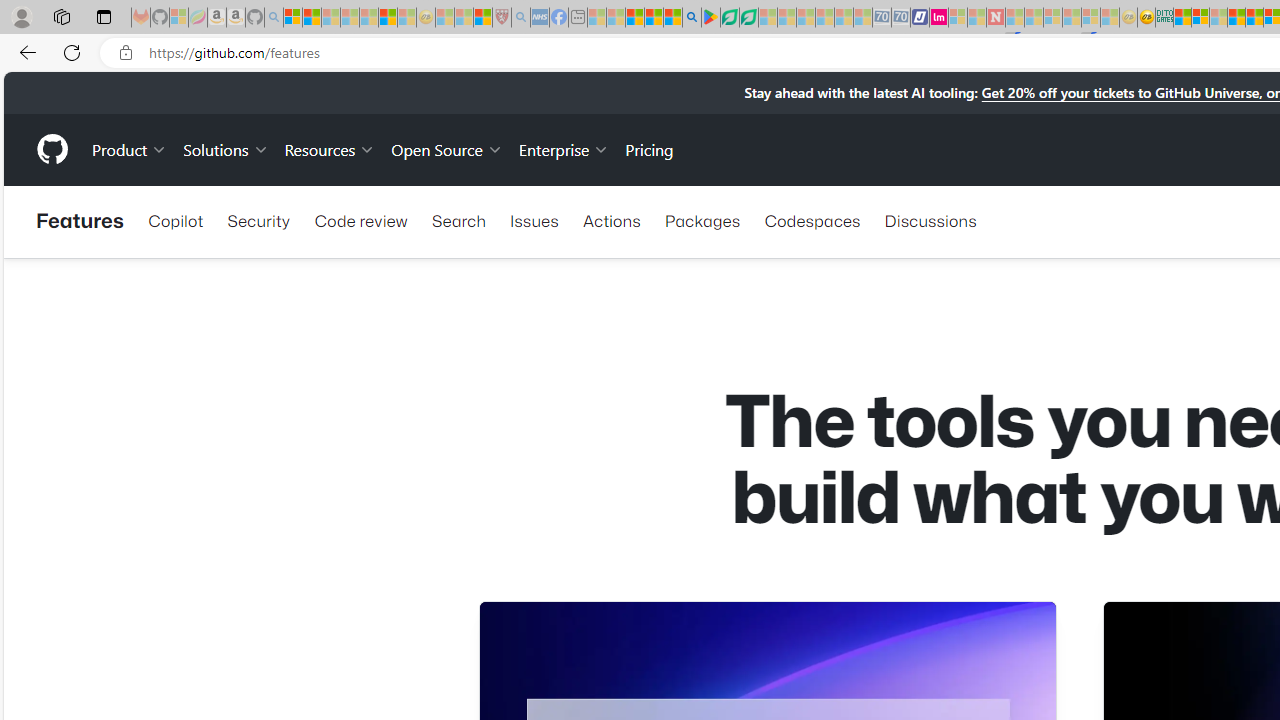 Image resolution: width=1280 pixels, height=720 pixels. Describe the element at coordinates (225, 148) in the screenshot. I see `'Solutions'` at that location.